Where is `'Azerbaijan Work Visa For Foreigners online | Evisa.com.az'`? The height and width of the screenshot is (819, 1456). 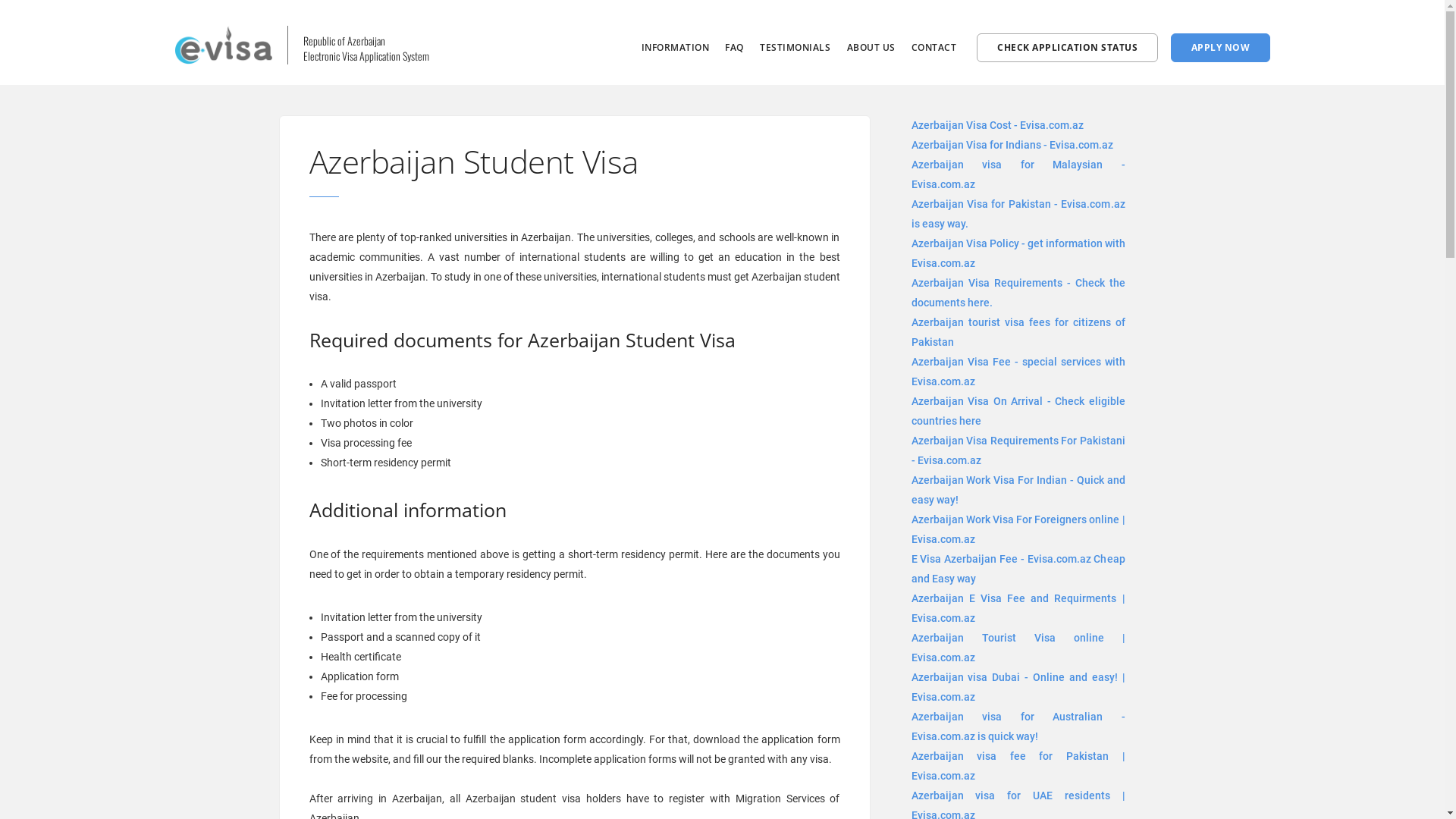
'Azerbaijan Work Visa For Foreigners online | Evisa.com.az' is located at coordinates (1018, 529).